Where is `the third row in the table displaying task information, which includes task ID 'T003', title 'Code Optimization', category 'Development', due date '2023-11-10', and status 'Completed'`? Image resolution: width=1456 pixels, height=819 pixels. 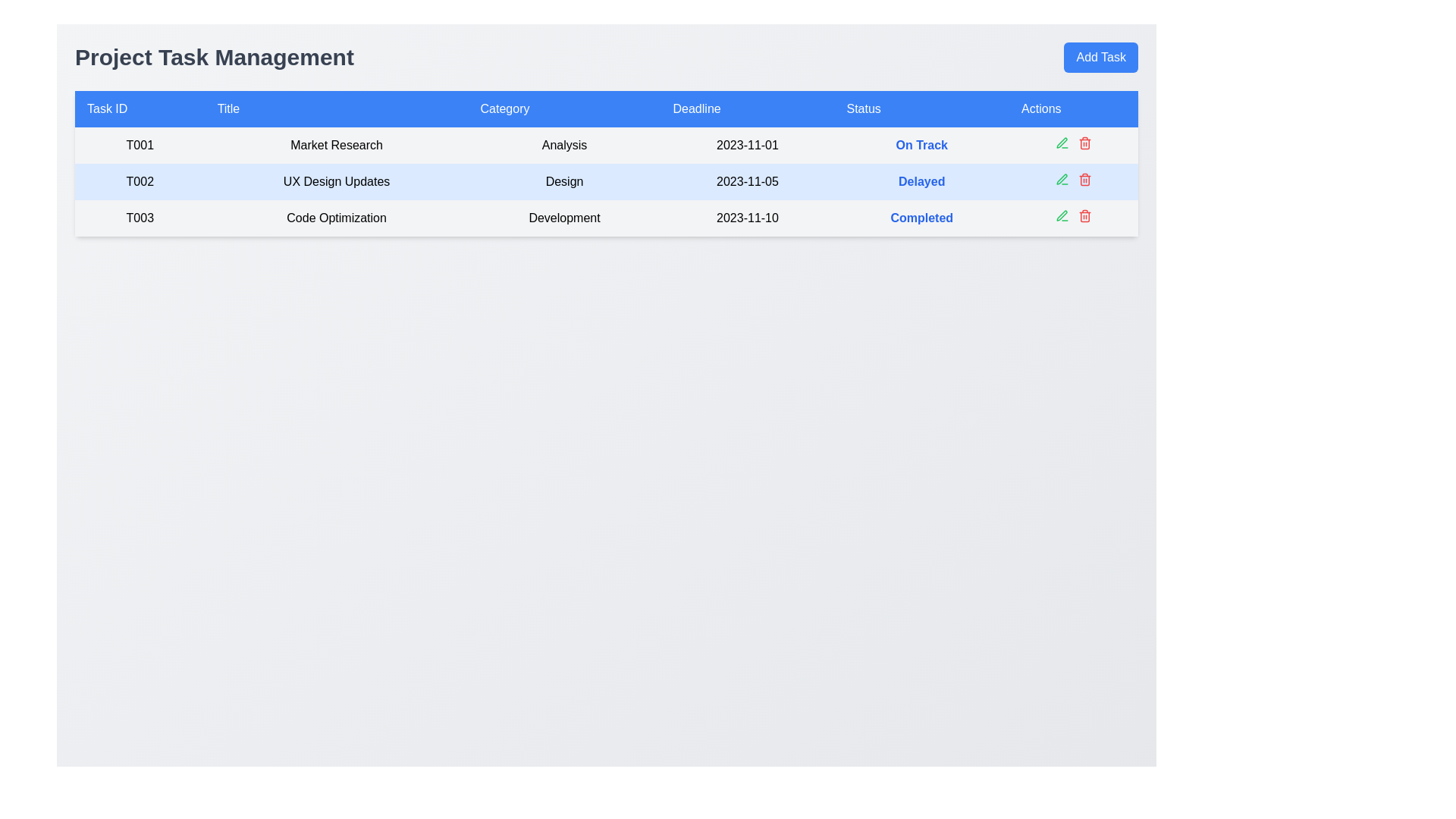 the third row in the table displaying task information, which includes task ID 'T003', title 'Code Optimization', category 'Development', due date '2023-11-10', and status 'Completed' is located at coordinates (607, 218).